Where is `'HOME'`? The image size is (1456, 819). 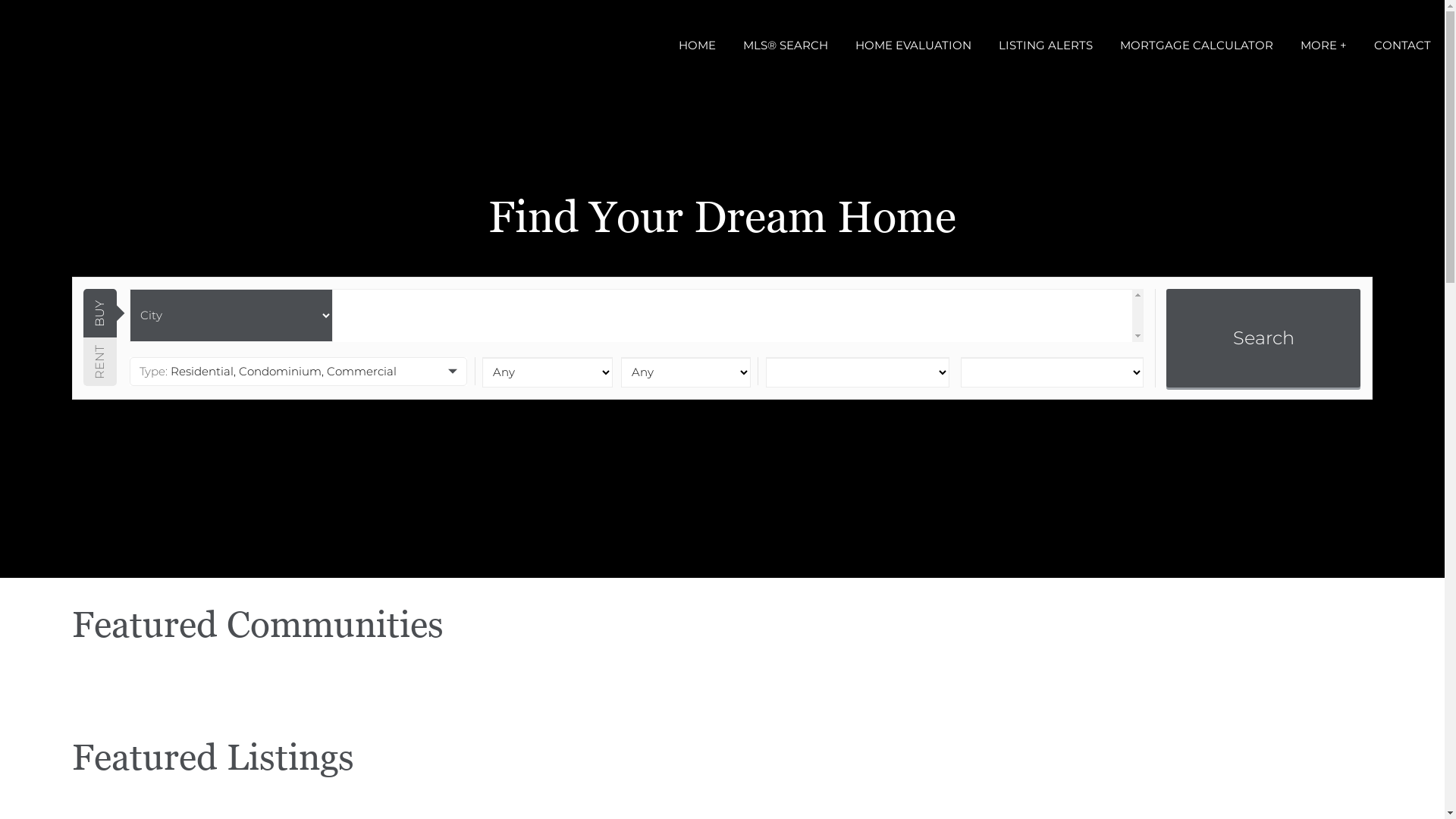
'HOME' is located at coordinates (665, 44).